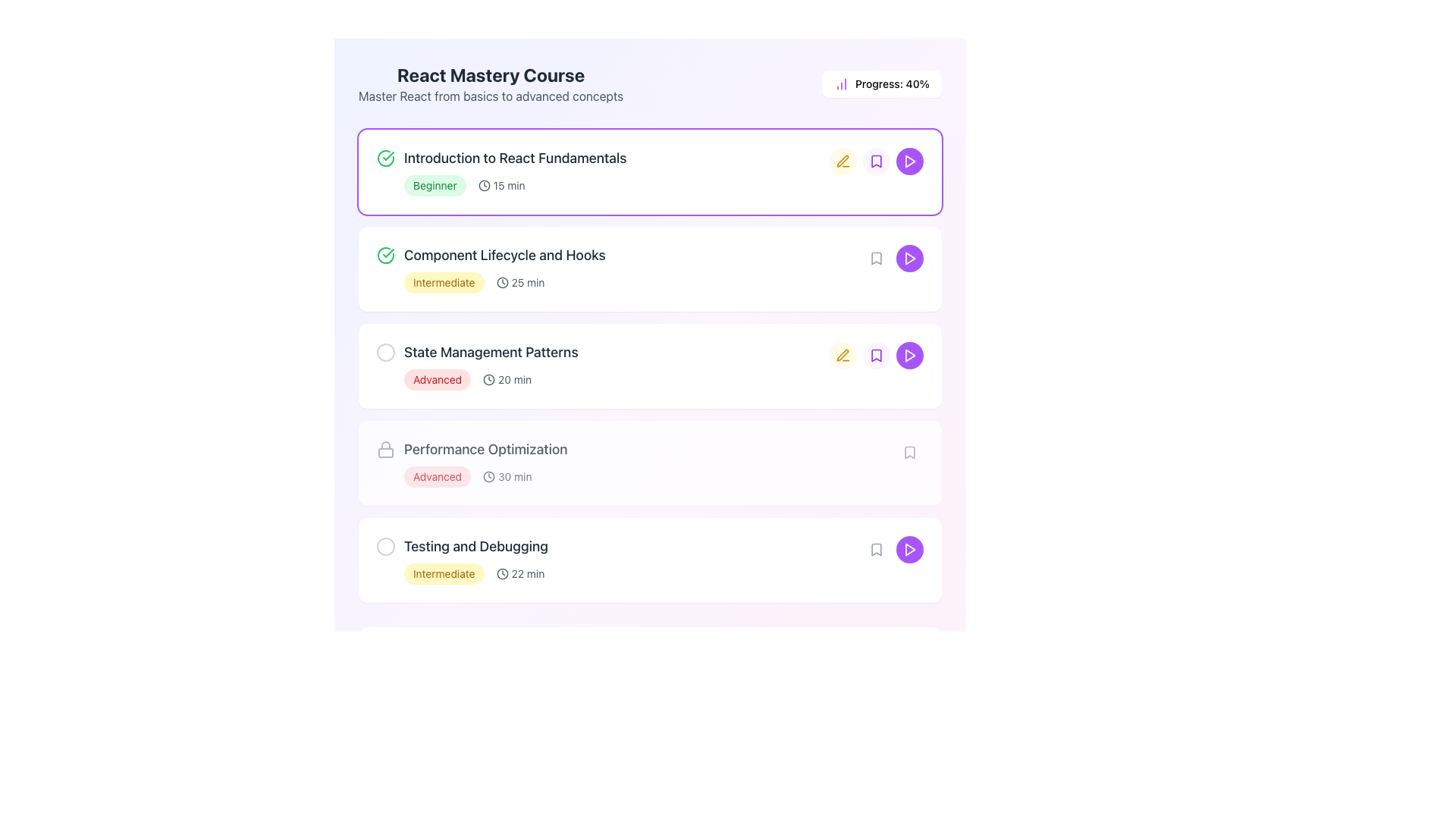 The height and width of the screenshot is (819, 1456). What do you see at coordinates (620, 268) in the screenshot?
I see `the title of the course module, which is the second entry in the list of educational program modules` at bounding box center [620, 268].